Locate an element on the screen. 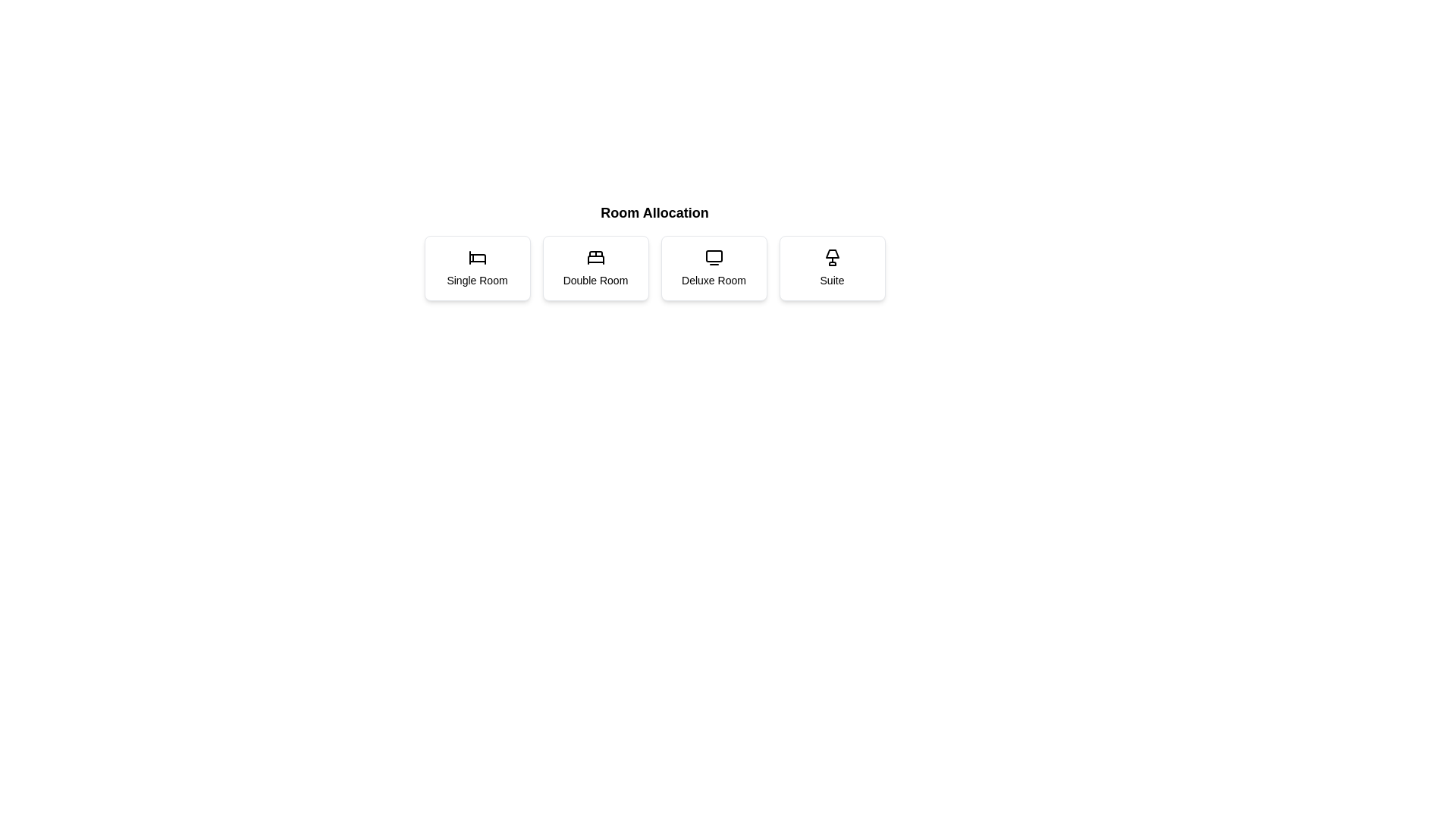 Image resolution: width=1456 pixels, height=819 pixels. the button corresponding to the room type Single Room is located at coordinates (476, 268).